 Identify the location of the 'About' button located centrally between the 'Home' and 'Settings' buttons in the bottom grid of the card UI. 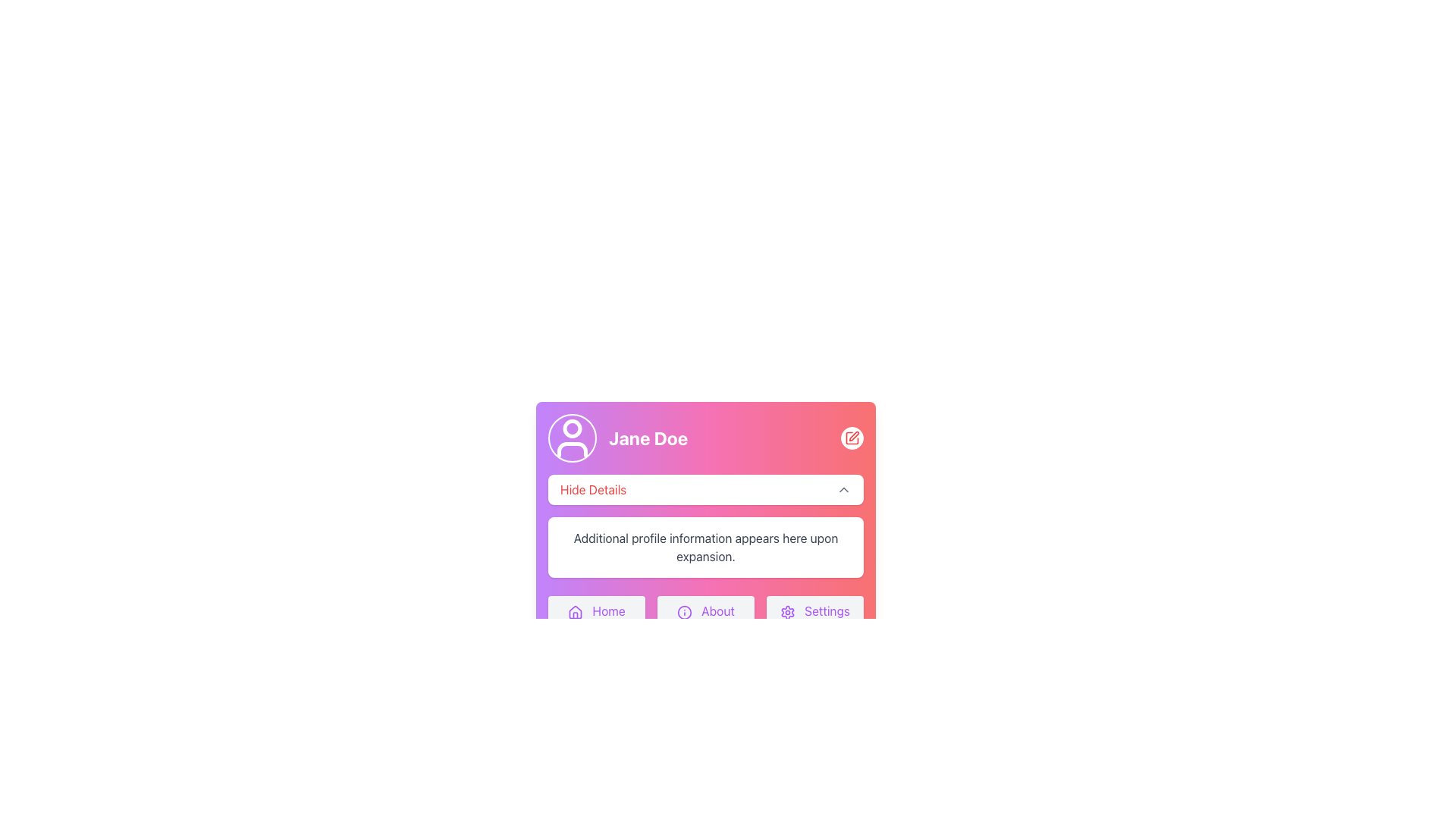
(705, 610).